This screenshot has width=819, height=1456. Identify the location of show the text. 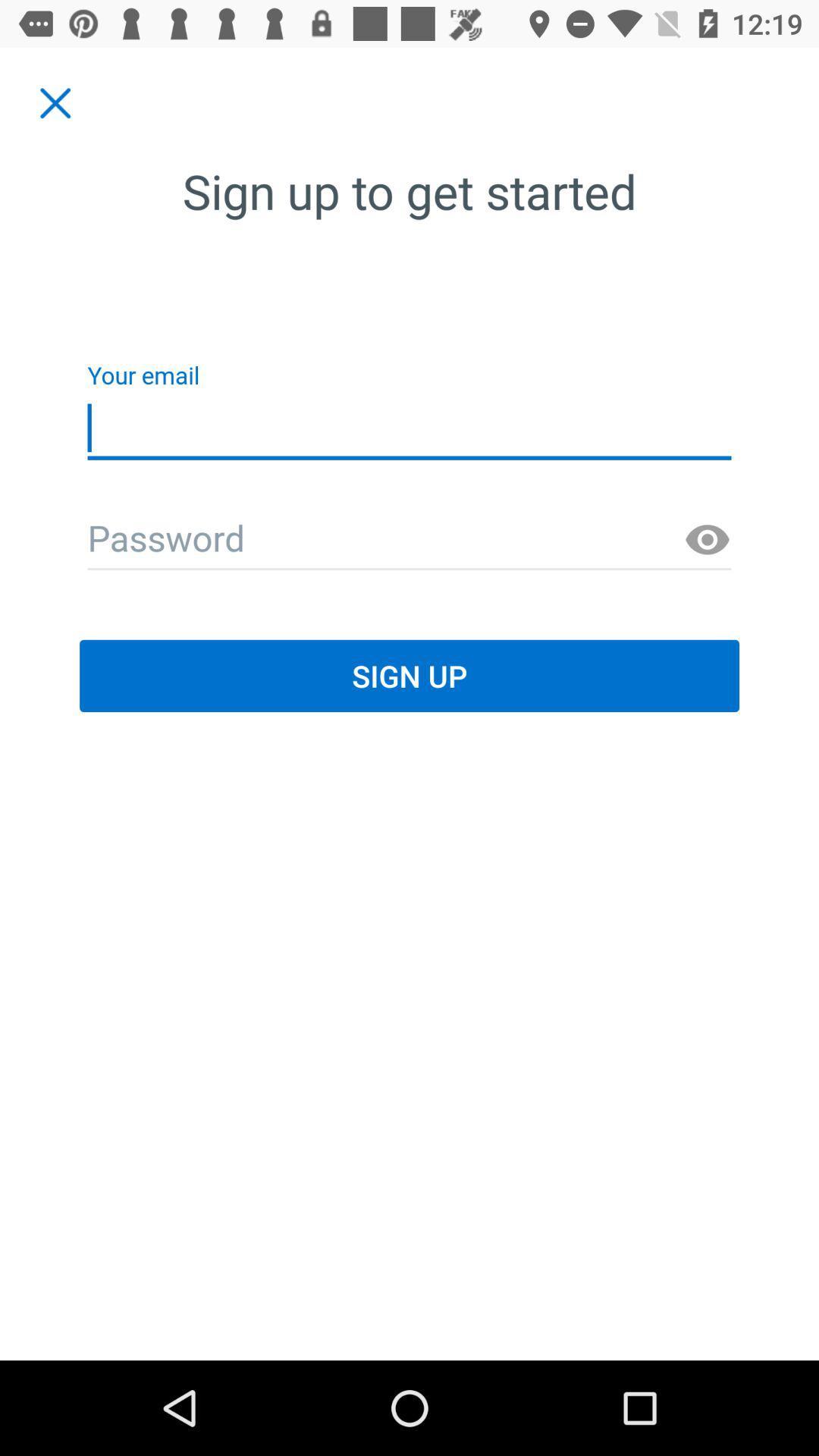
(708, 540).